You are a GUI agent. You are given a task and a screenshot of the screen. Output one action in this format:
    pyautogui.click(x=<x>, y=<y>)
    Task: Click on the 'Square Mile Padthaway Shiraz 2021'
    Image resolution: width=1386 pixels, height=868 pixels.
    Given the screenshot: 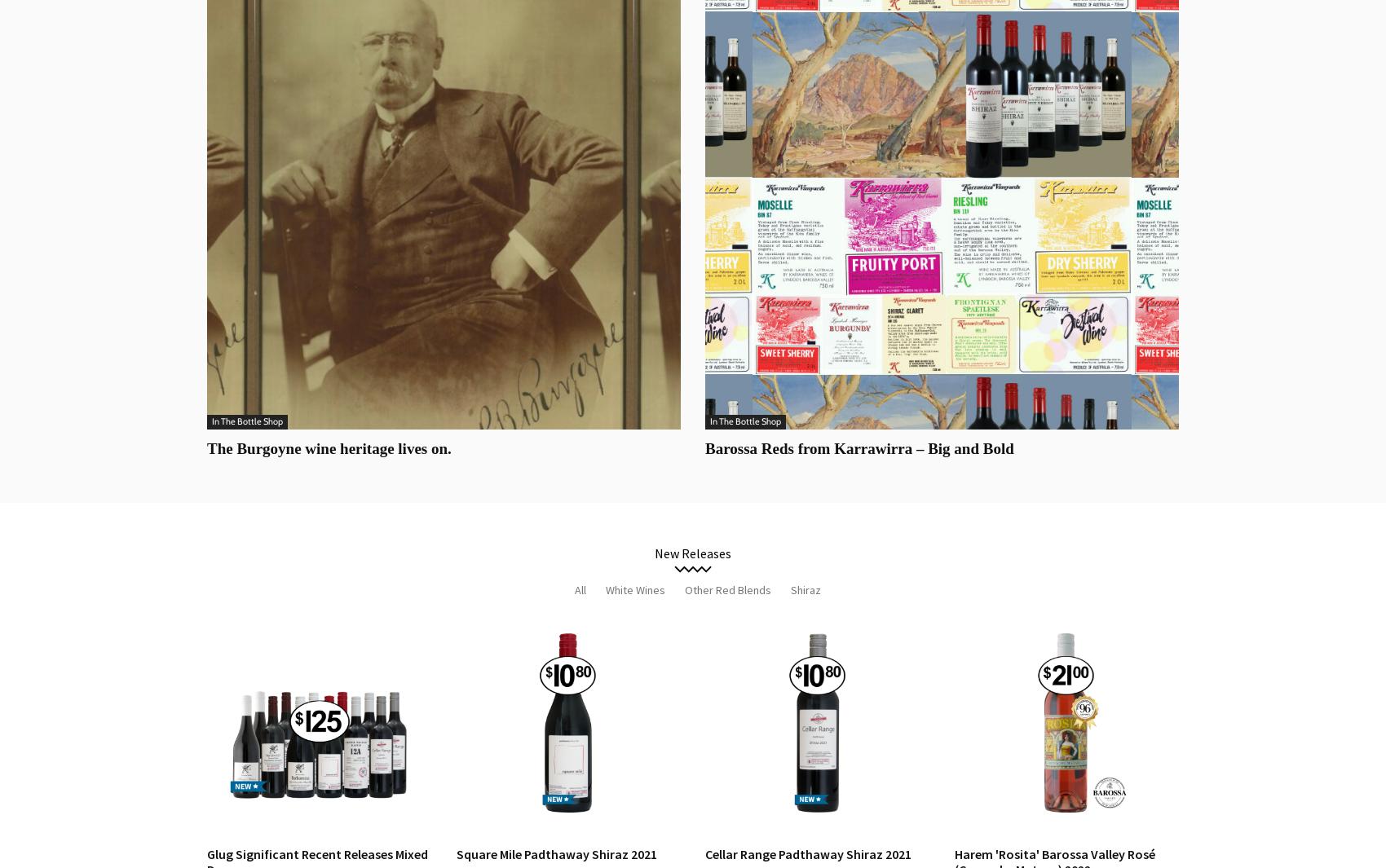 What is the action you would take?
    pyautogui.click(x=454, y=853)
    